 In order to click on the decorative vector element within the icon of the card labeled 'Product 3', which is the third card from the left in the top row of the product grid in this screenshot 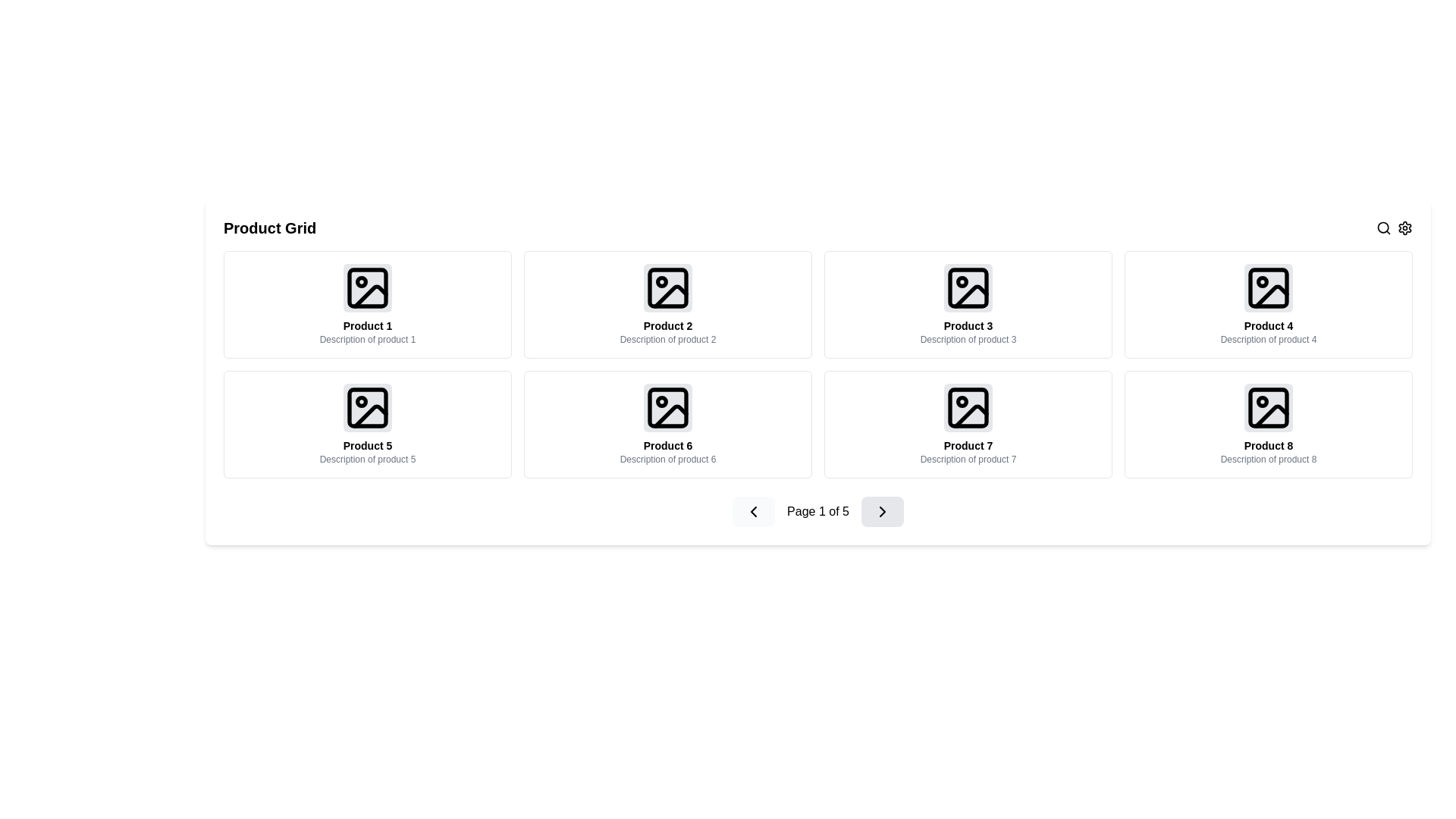, I will do `click(967, 288)`.